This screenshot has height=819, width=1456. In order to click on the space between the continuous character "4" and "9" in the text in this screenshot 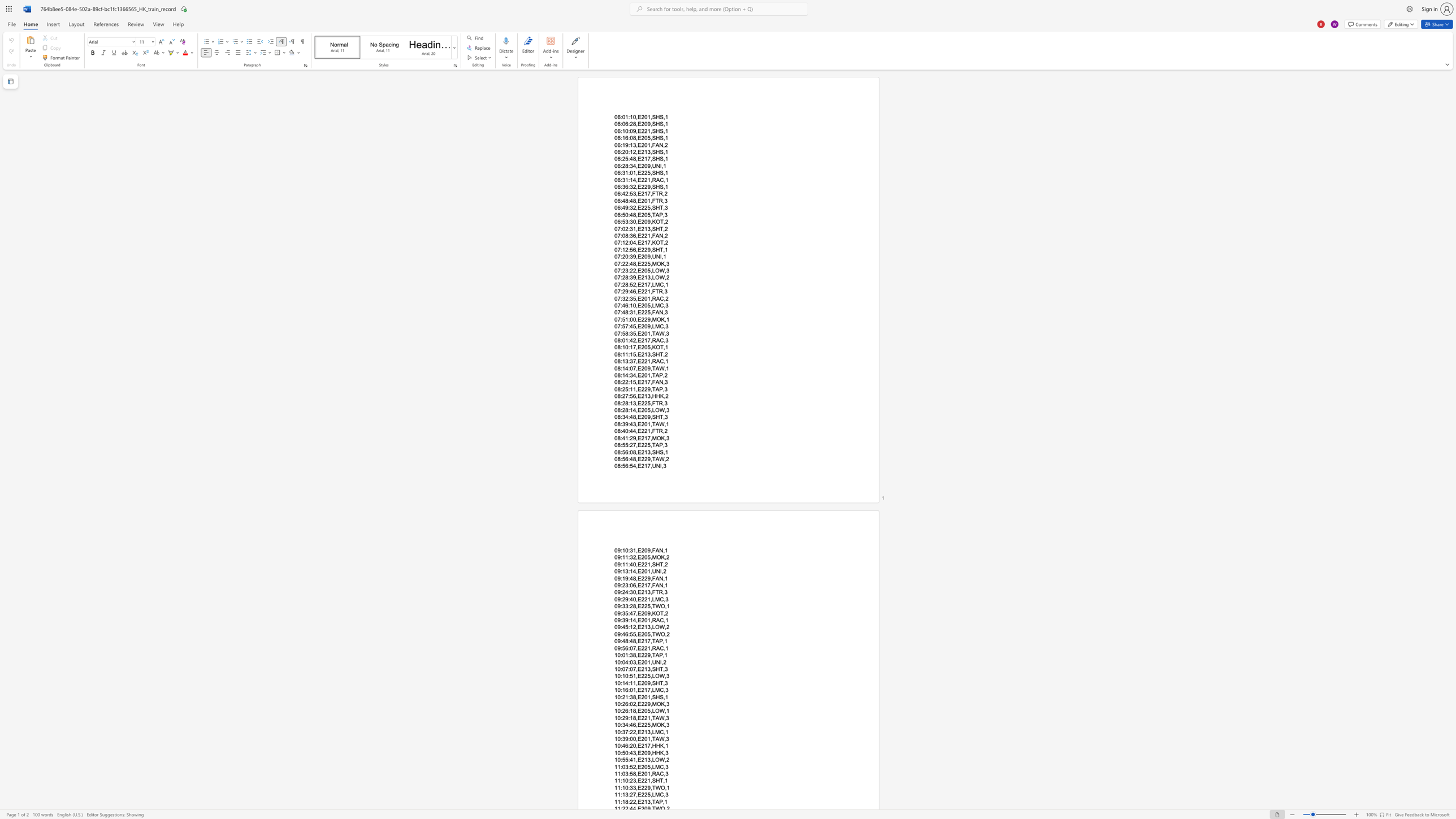, I will do `click(625, 207)`.